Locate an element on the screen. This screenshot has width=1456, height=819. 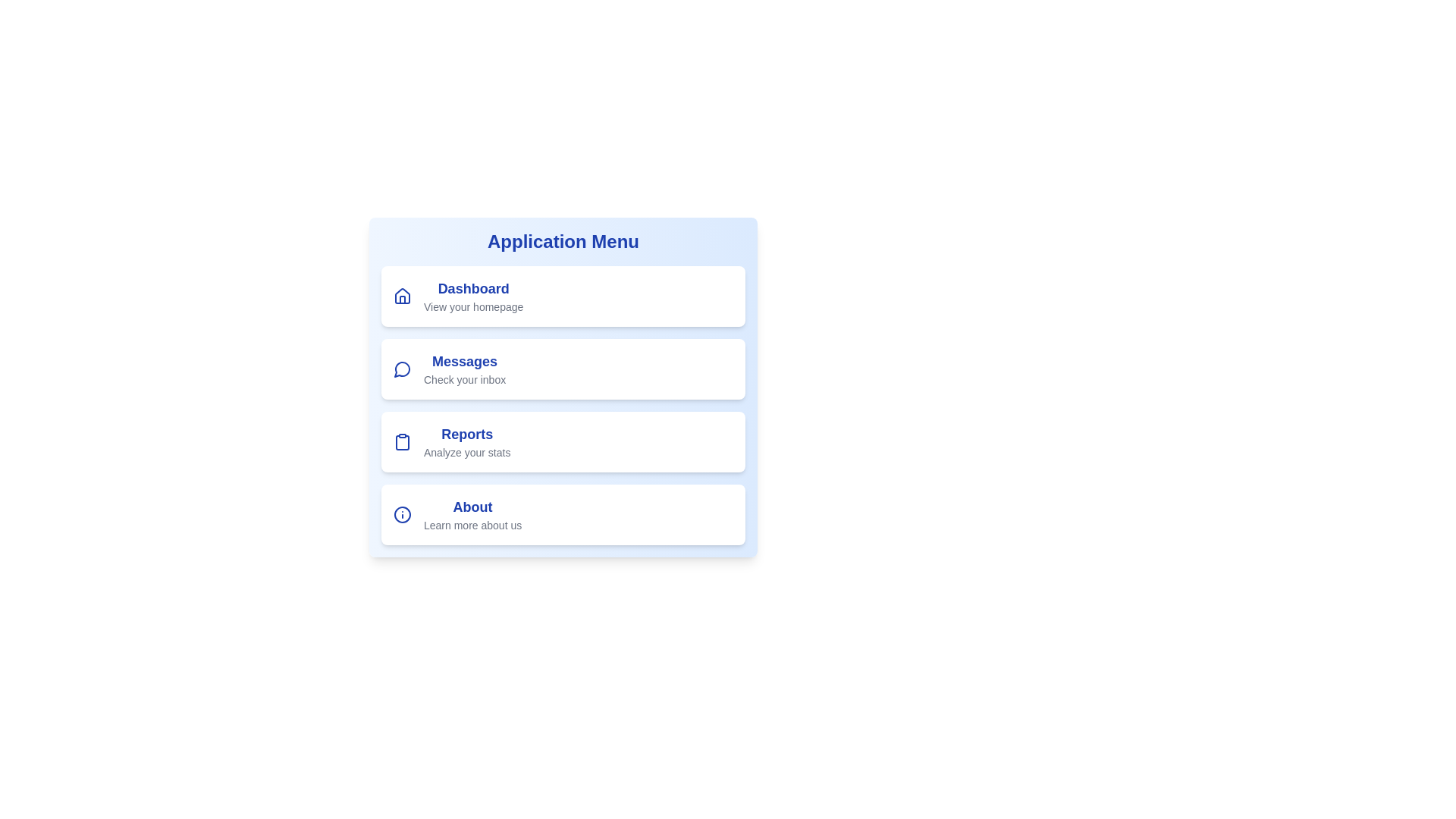
the menu item labeled About to view its hover effect is located at coordinates (563, 513).